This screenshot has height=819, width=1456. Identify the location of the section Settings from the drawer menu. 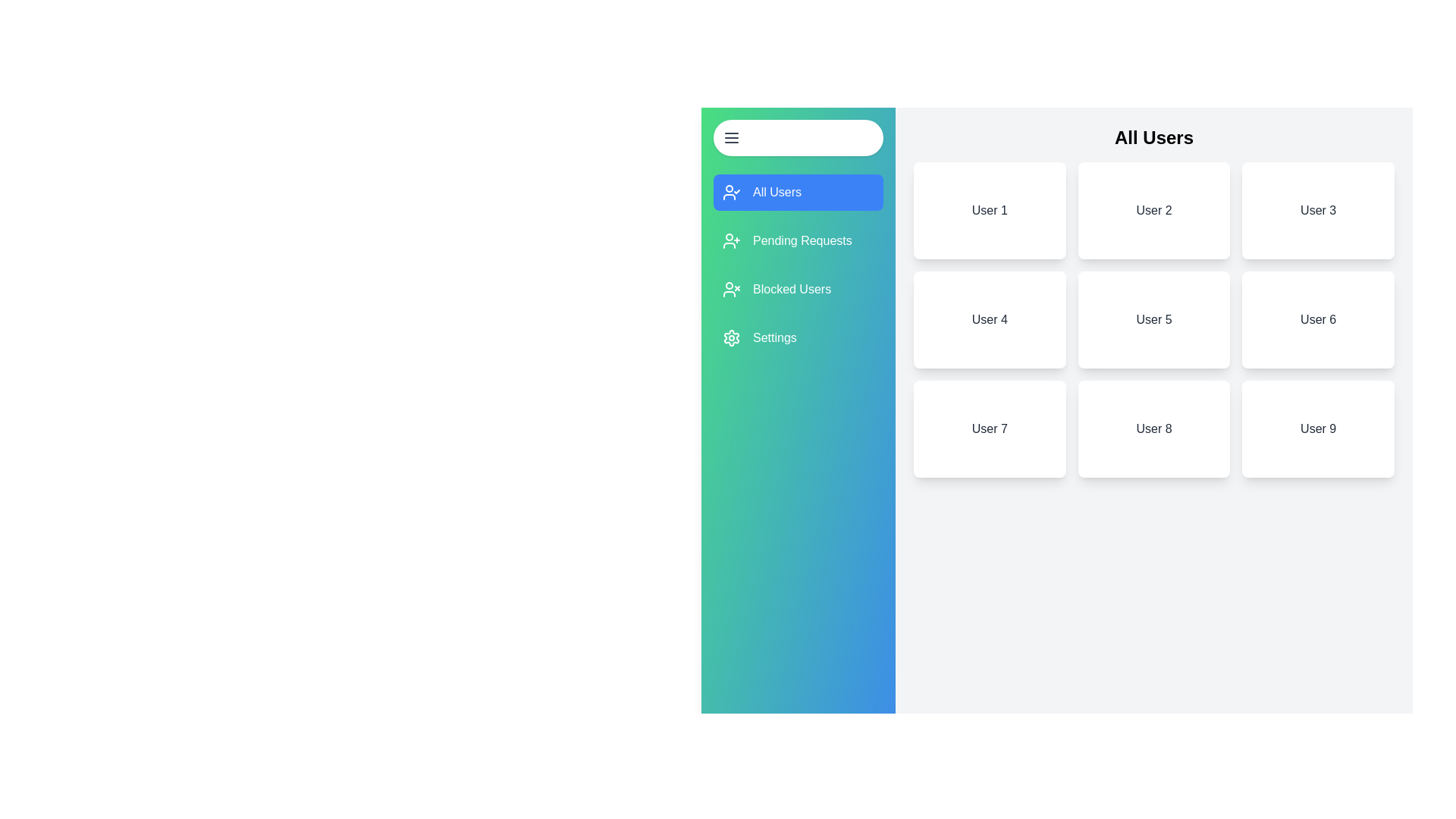
(797, 337).